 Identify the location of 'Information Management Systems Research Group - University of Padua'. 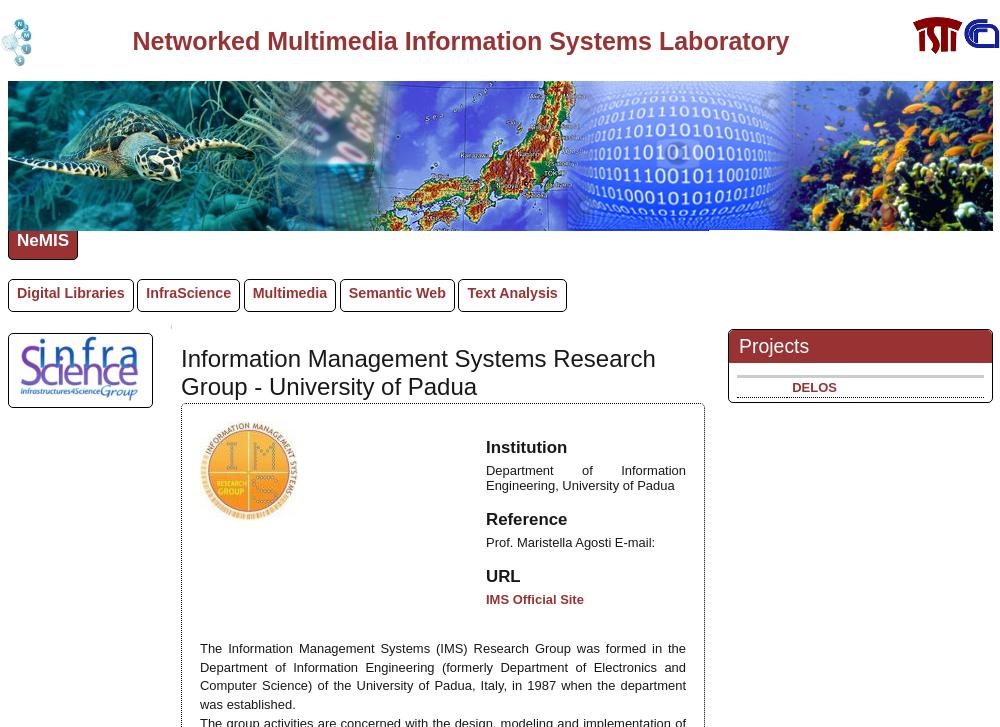
(418, 371).